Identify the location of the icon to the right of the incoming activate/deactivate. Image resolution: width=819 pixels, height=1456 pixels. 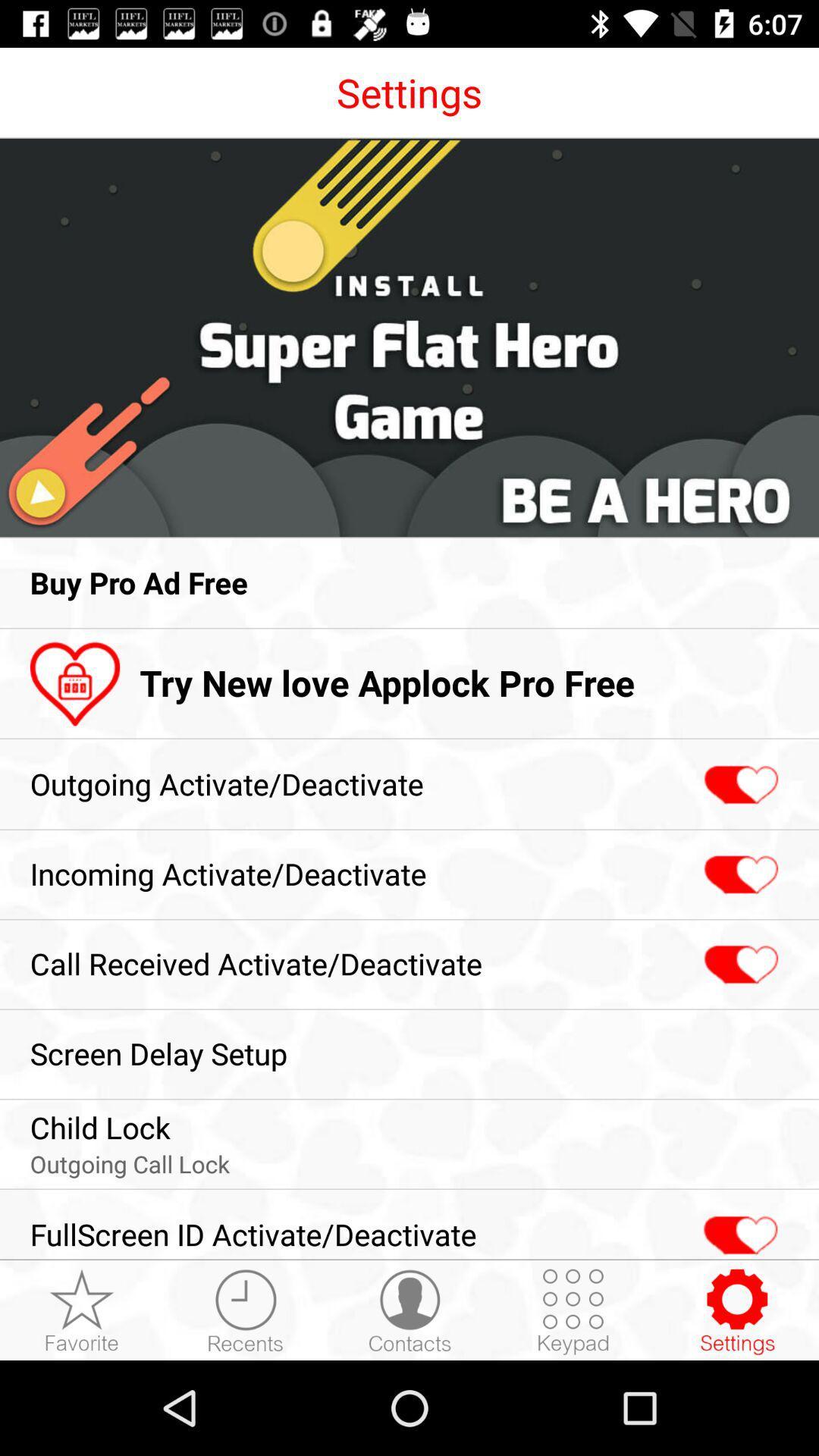
(739, 875).